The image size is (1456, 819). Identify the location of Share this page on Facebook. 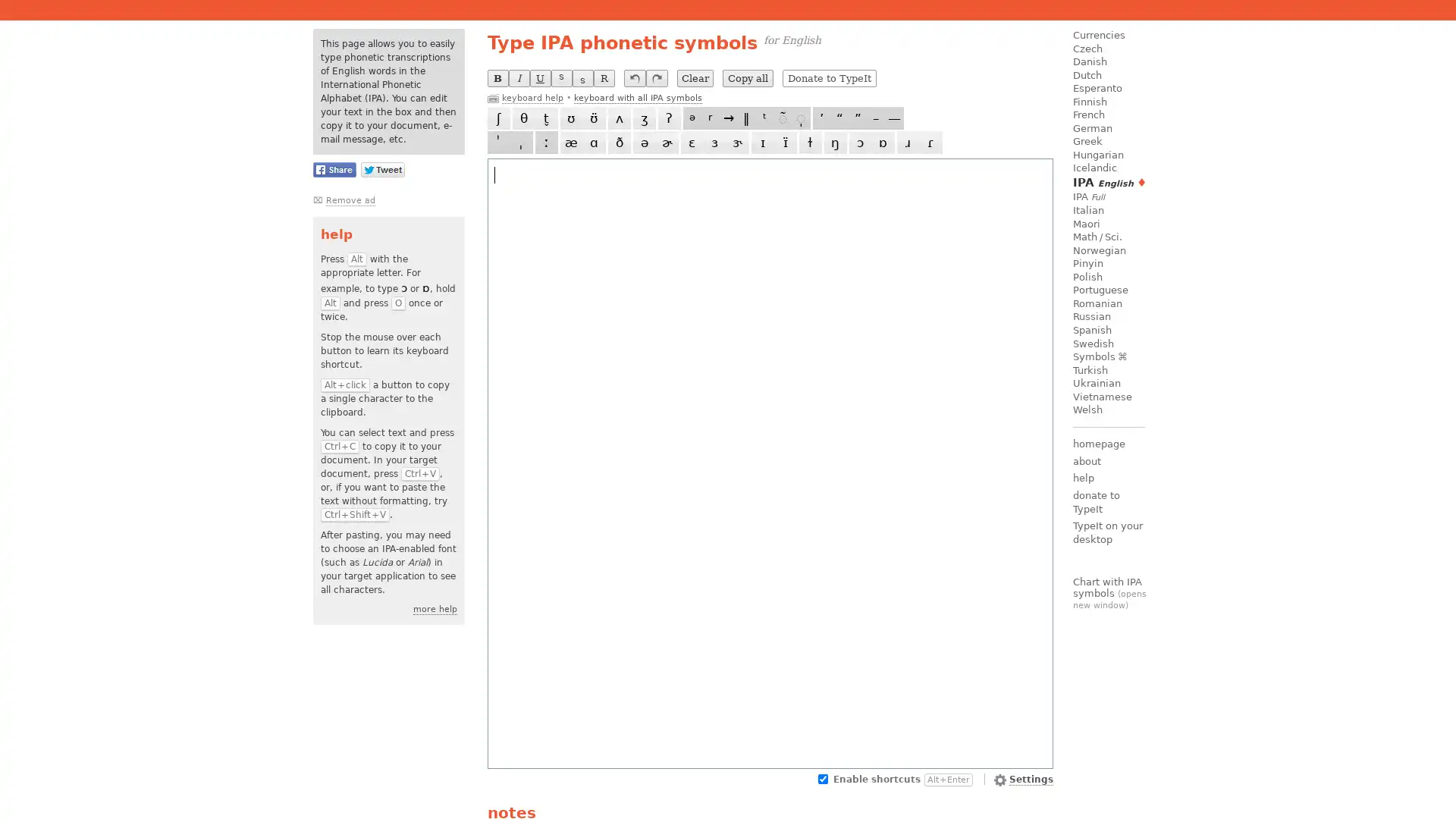
(333, 169).